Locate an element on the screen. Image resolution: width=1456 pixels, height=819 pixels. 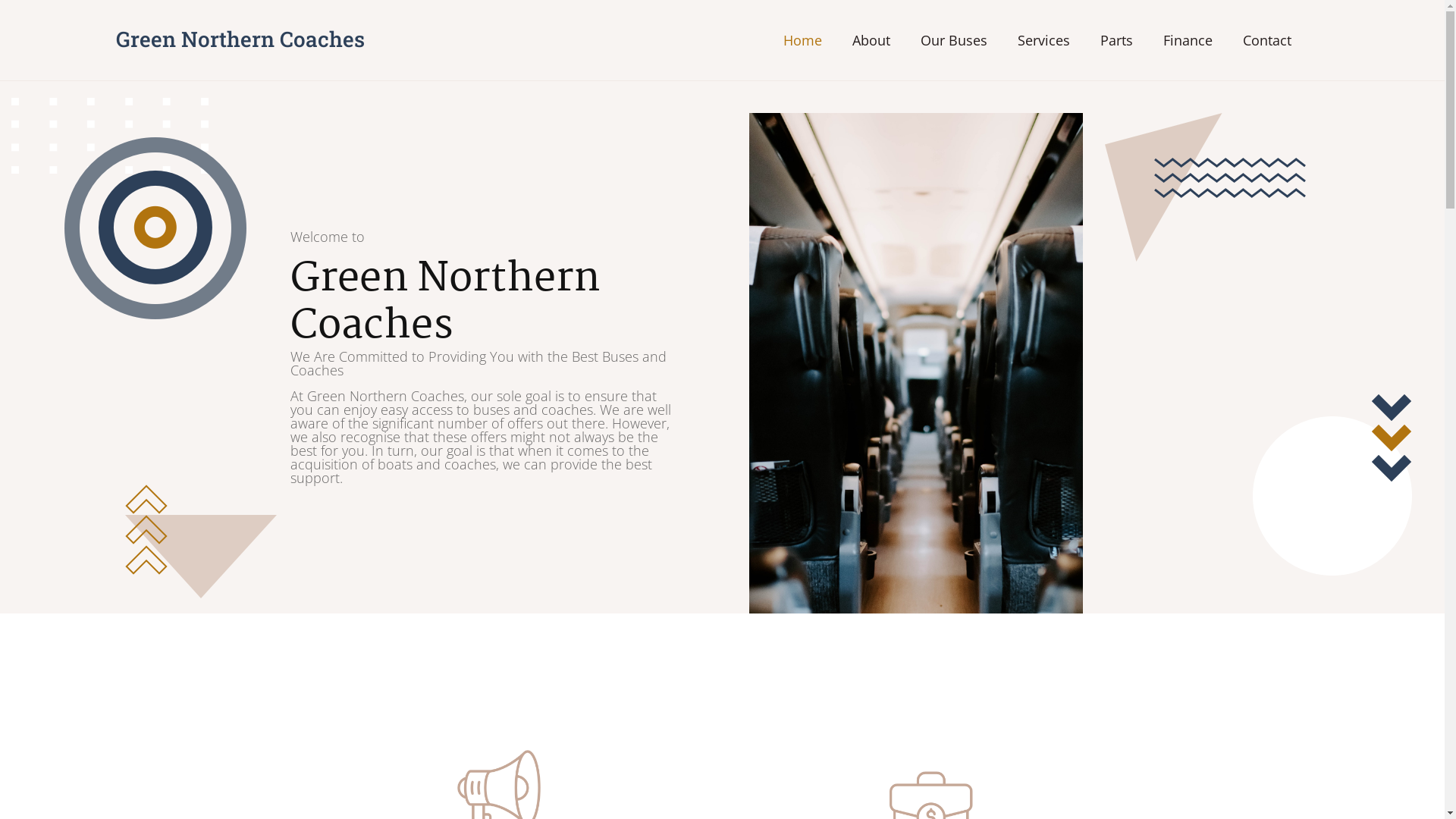
'Parts' is located at coordinates (1116, 39).